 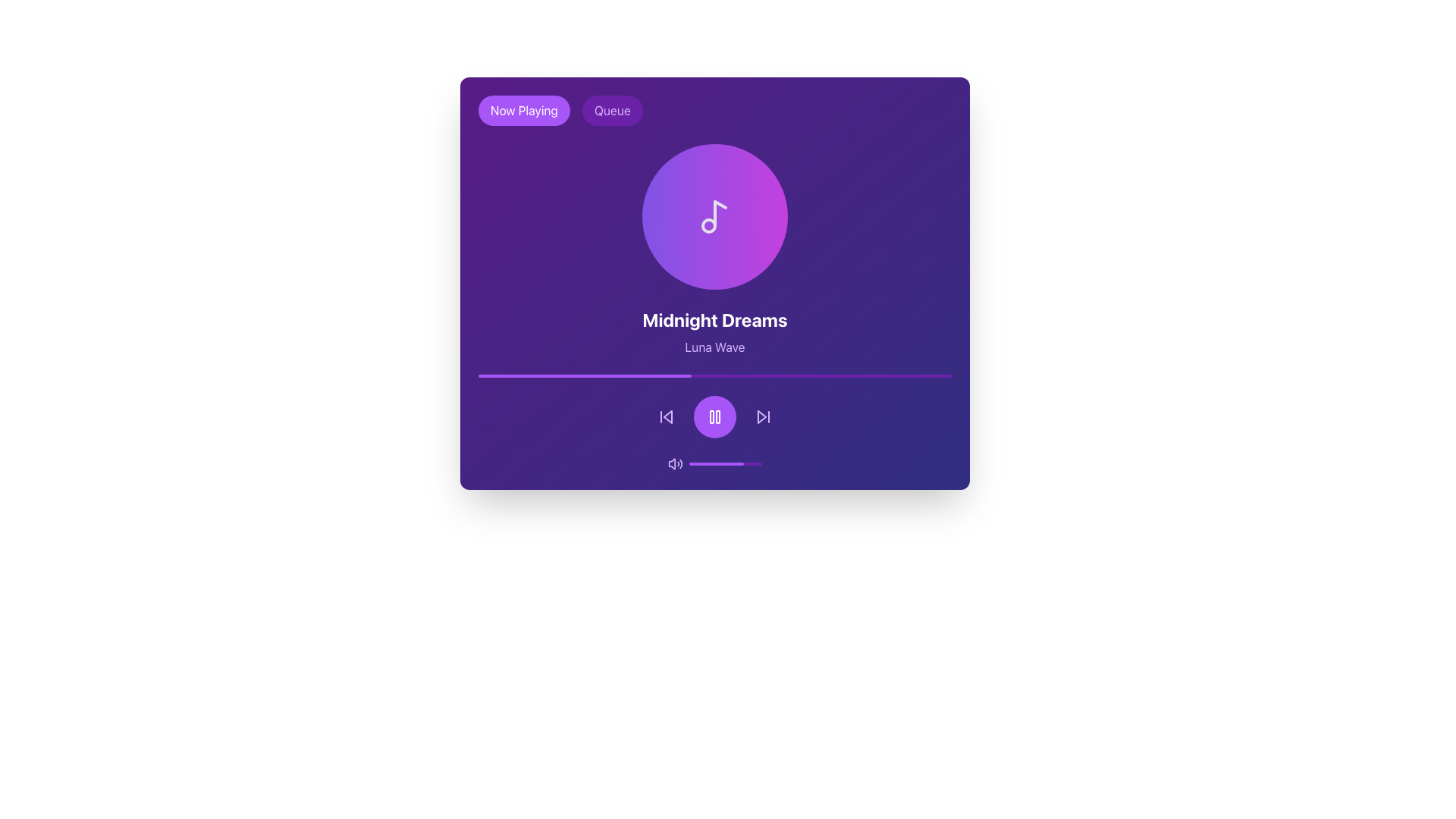 What do you see at coordinates (666, 417) in the screenshot?
I see `the skip backward button, which is the first button on the left in the row of control icons below the track information section` at bounding box center [666, 417].